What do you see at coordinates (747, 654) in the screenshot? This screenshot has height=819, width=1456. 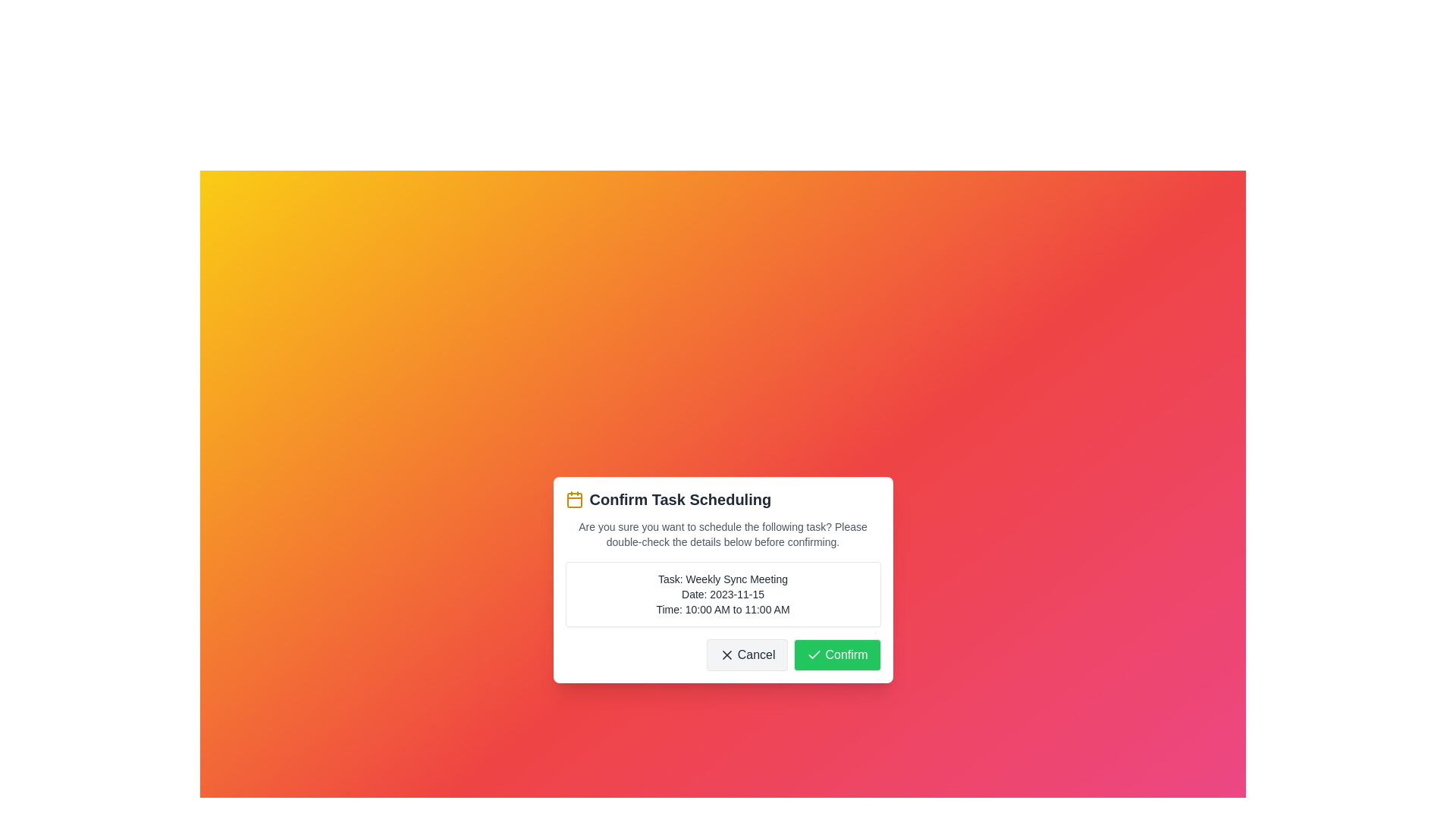 I see `the 'Cancel' button, which has a gray background, black text, and a rounded border` at bounding box center [747, 654].